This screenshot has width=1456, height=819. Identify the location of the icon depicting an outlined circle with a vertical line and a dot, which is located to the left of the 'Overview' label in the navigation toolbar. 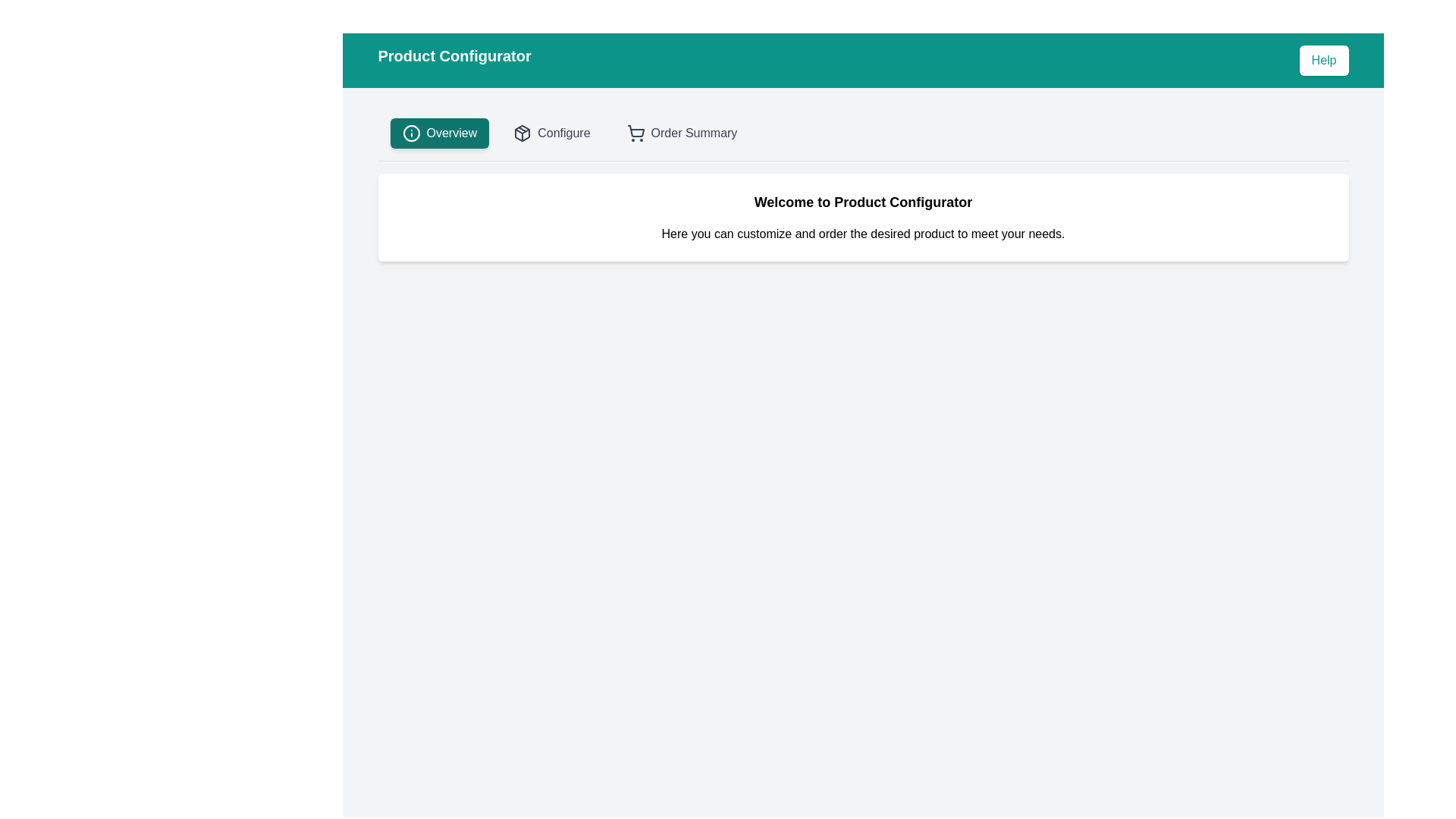
(411, 133).